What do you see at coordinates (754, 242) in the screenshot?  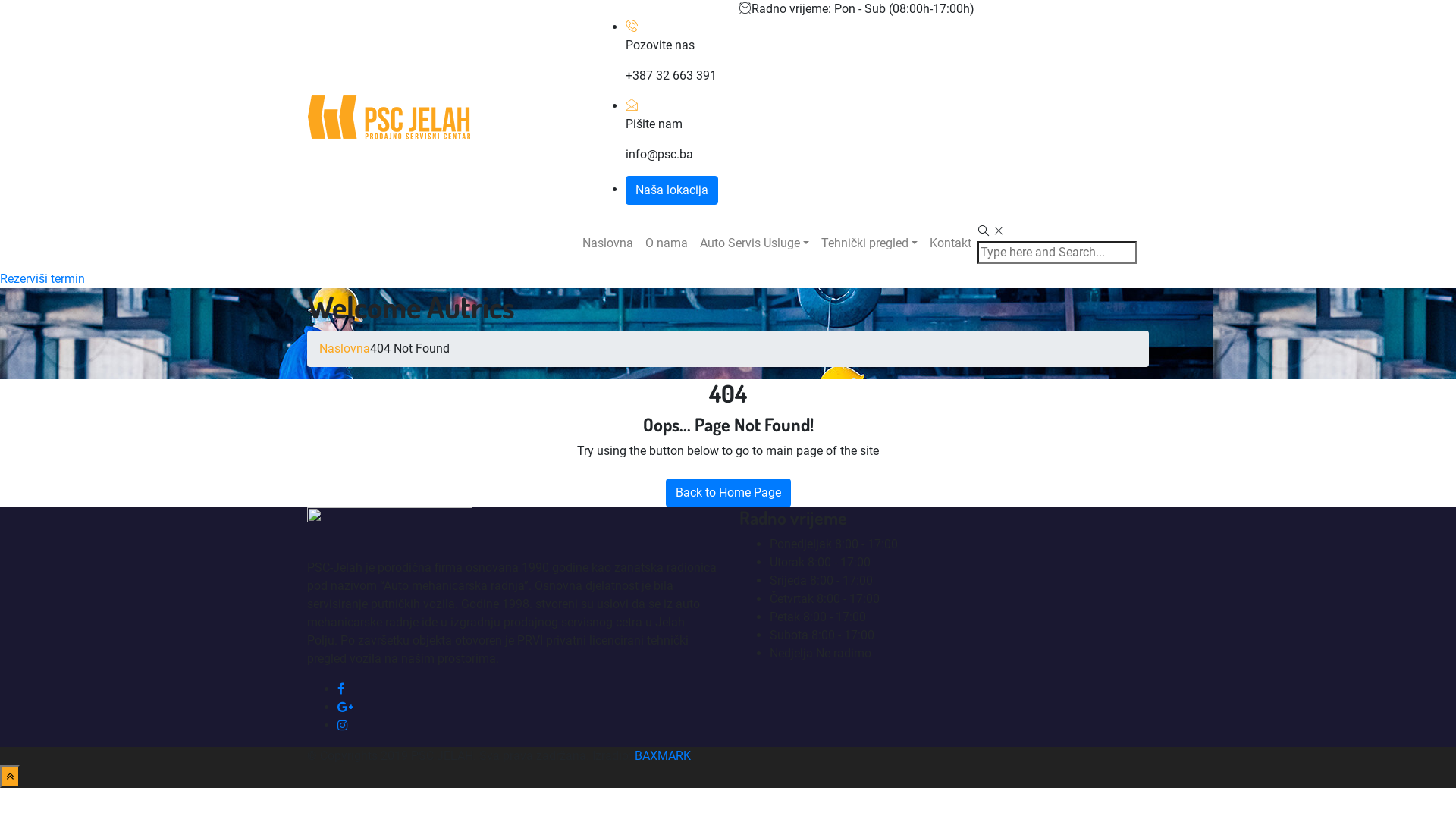 I see `'Auto Servis Usluge'` at bounding box center [754, 242].